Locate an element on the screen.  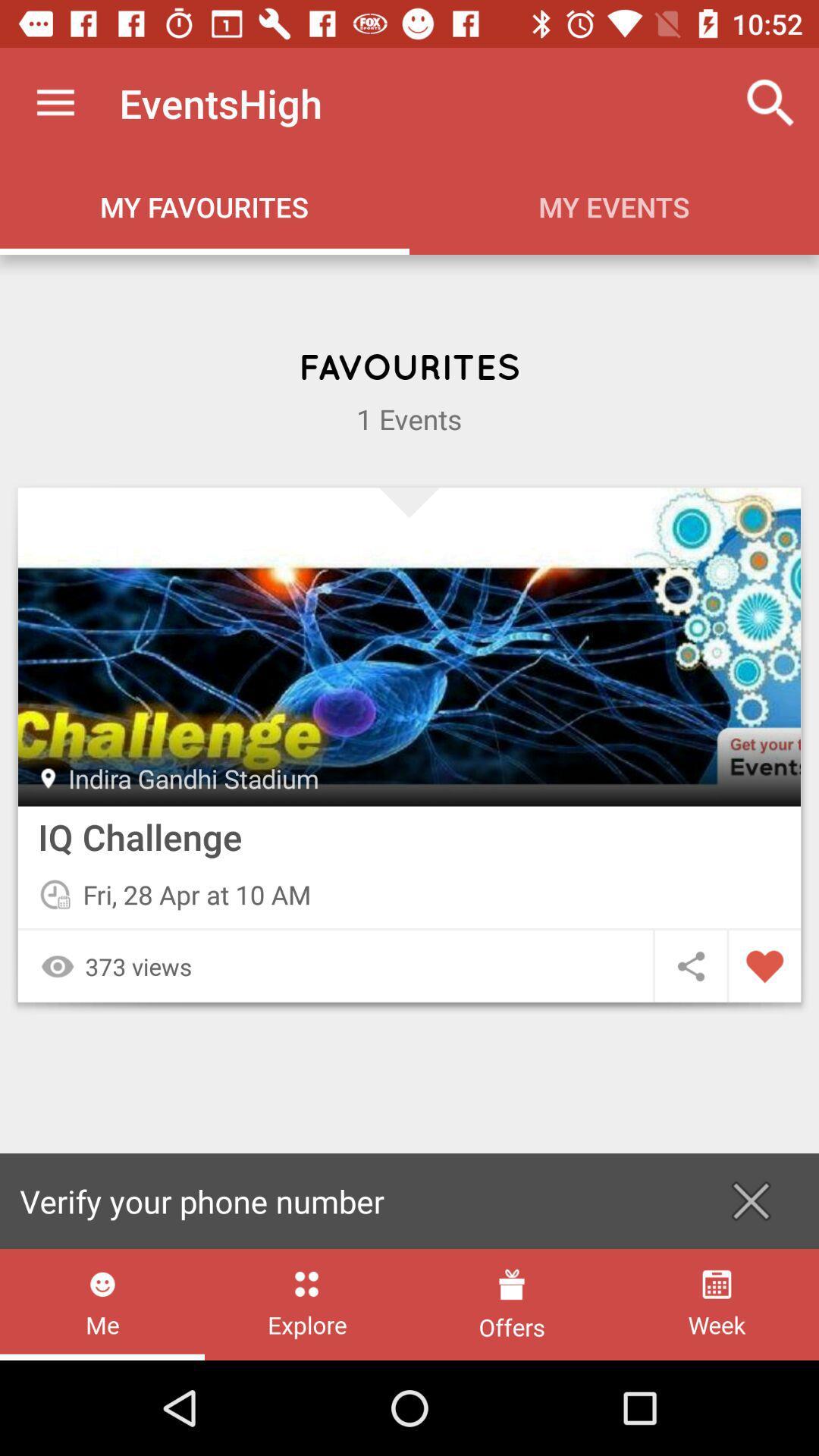
the close icon is located at coordinates (751, 1200).